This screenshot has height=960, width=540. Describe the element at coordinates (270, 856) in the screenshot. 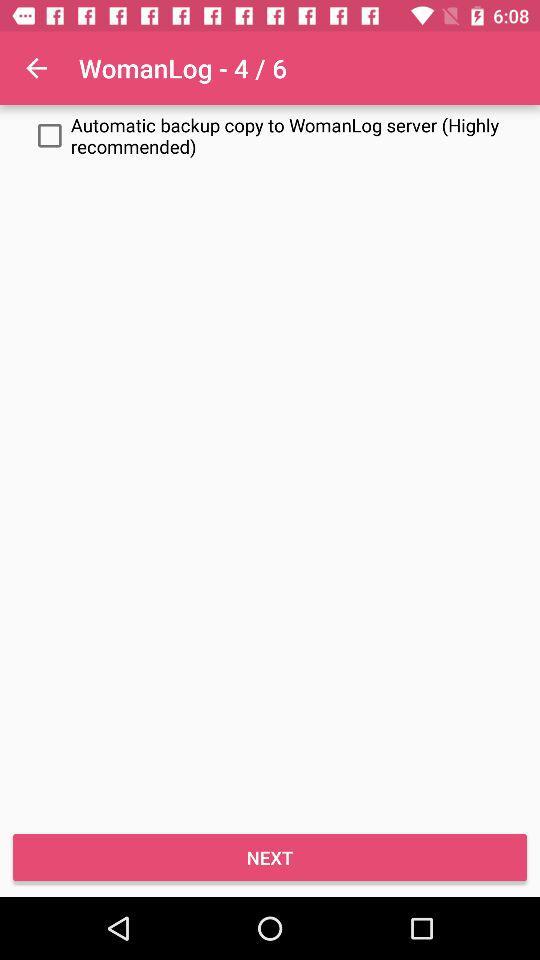

I see `next` at that location.